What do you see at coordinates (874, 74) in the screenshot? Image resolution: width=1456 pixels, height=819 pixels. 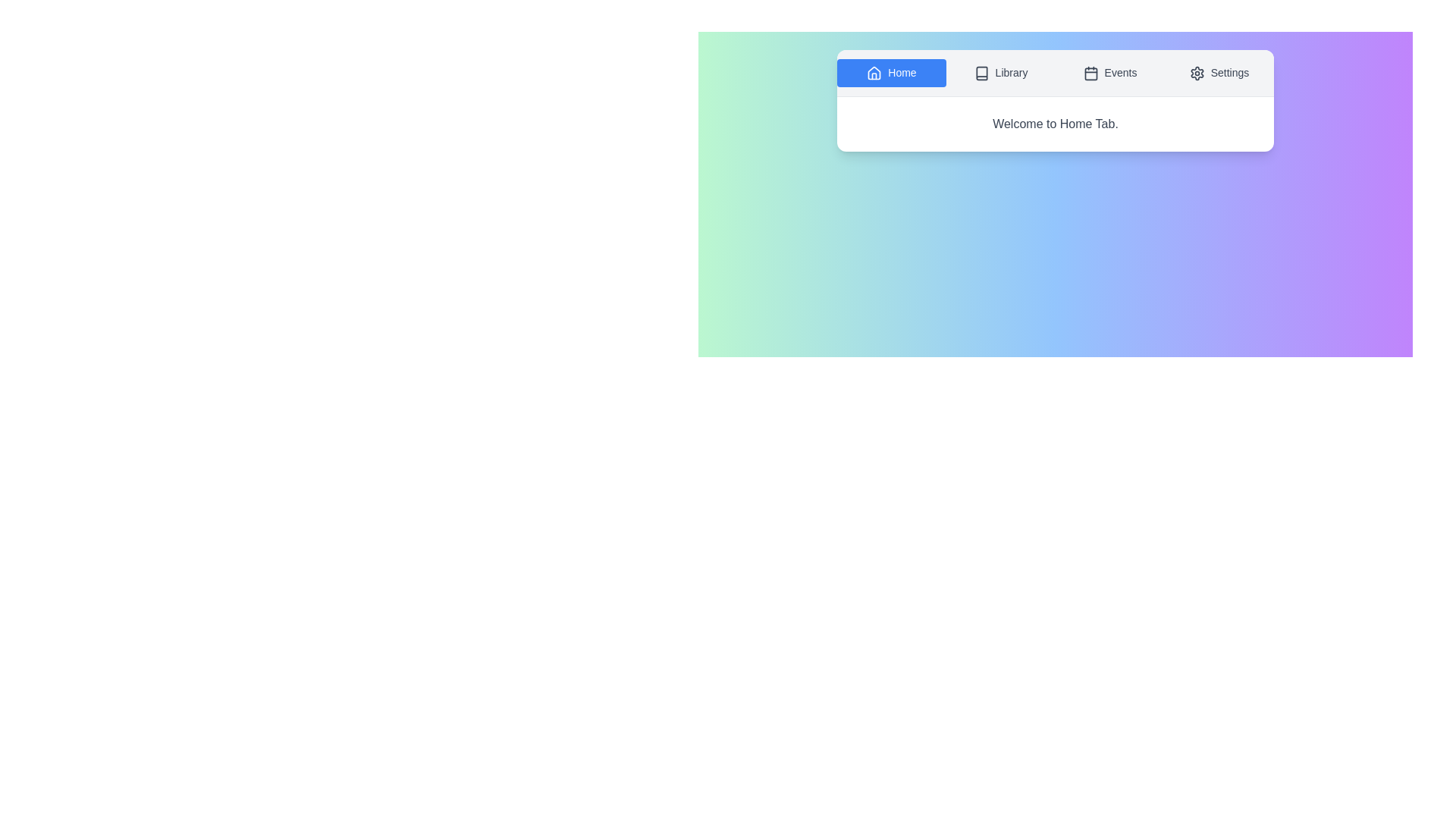 I see `the 'Home' icon in the navigation bar, which serves as a visual identifier for the home action and is located to the left of the text 'Home'` at bounding box center [874, 74].